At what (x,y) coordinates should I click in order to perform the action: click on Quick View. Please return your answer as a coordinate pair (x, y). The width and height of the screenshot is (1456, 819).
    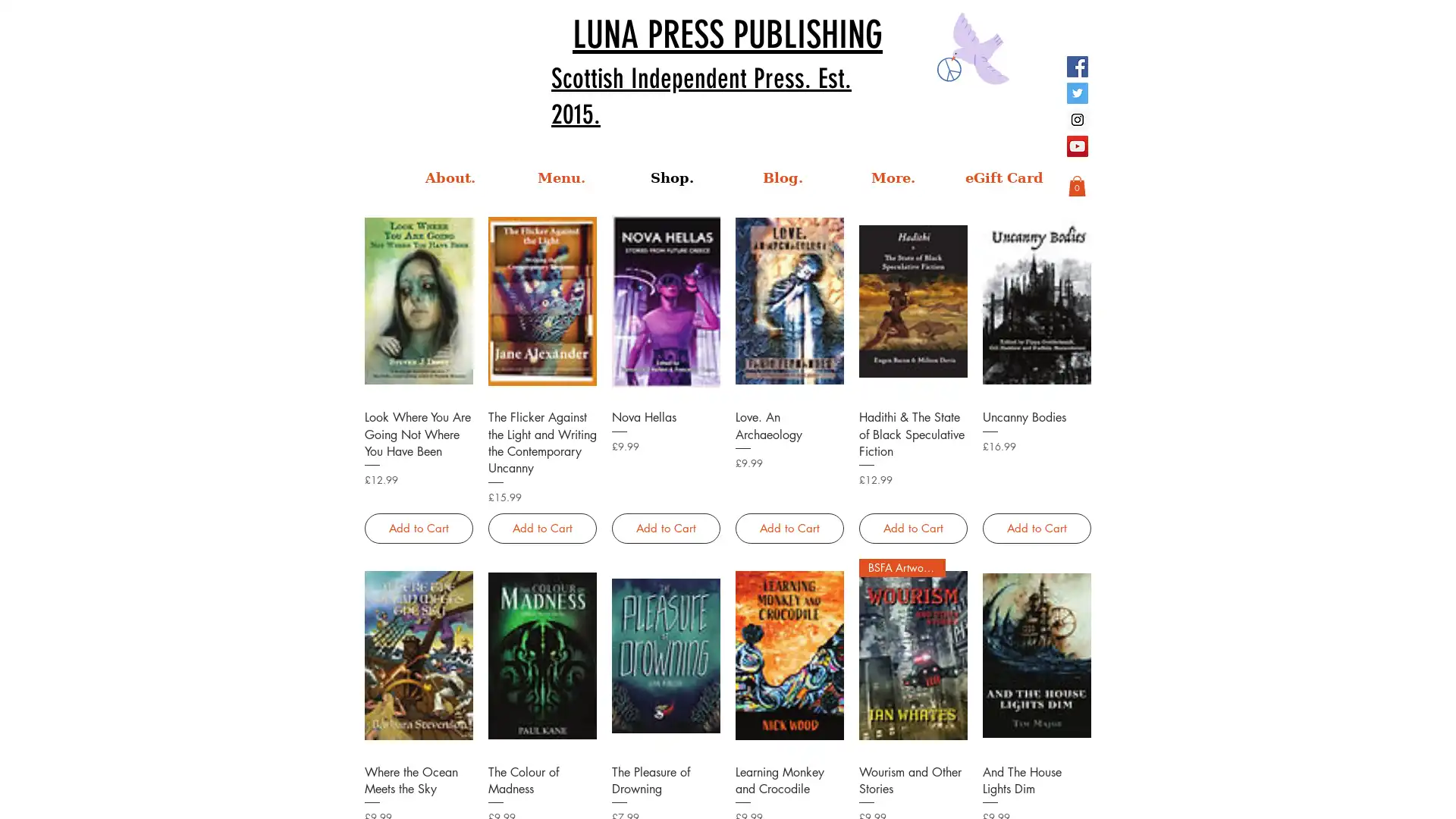
    Looking at the image, I should click on (789, 416).